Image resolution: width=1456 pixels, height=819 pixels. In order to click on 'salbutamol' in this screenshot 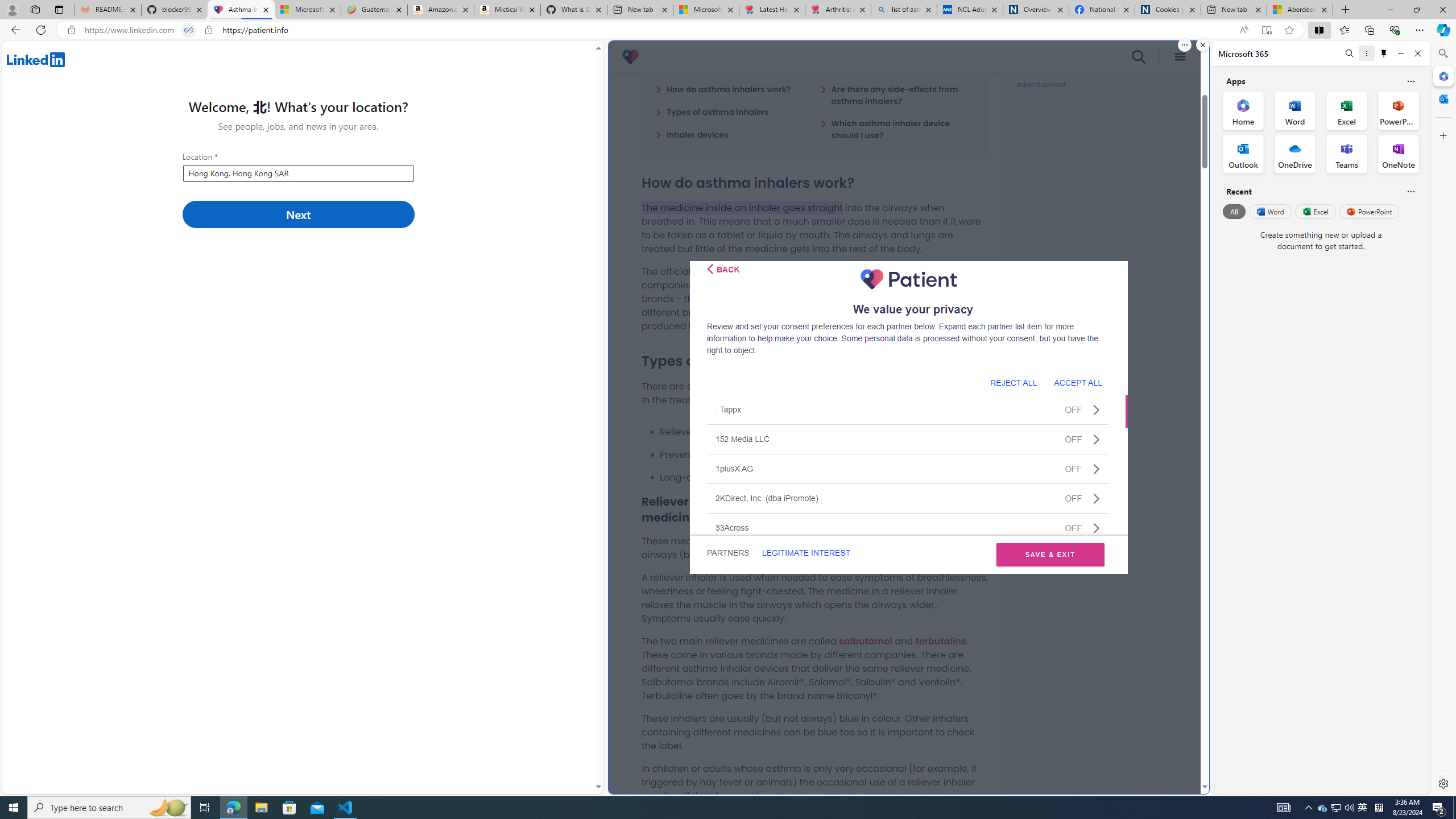, I will do `click(864, 640)`.